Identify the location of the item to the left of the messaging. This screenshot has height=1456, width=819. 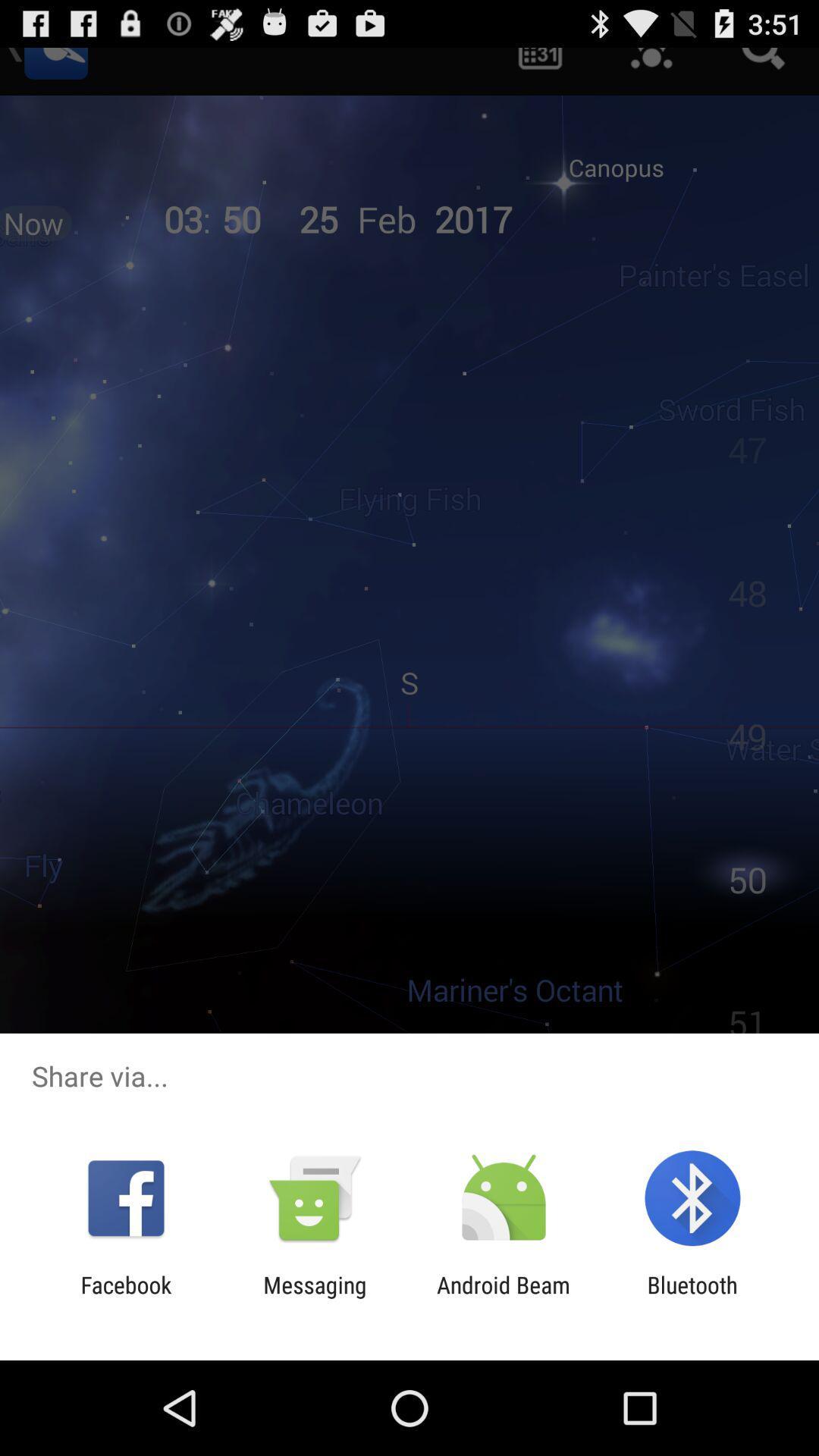
(125, 1298).